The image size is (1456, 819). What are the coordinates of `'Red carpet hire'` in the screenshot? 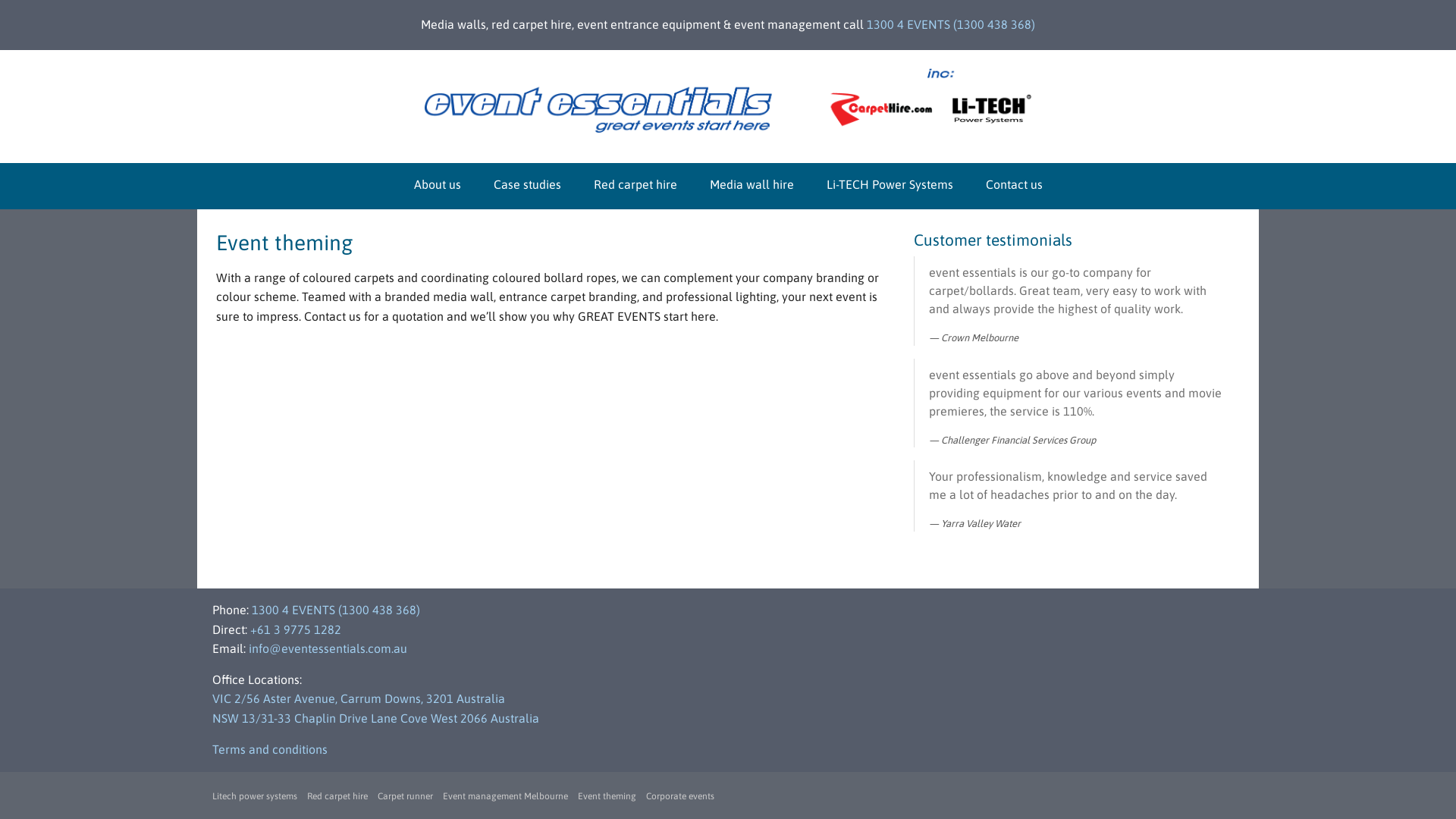 It's located at (577, 184).